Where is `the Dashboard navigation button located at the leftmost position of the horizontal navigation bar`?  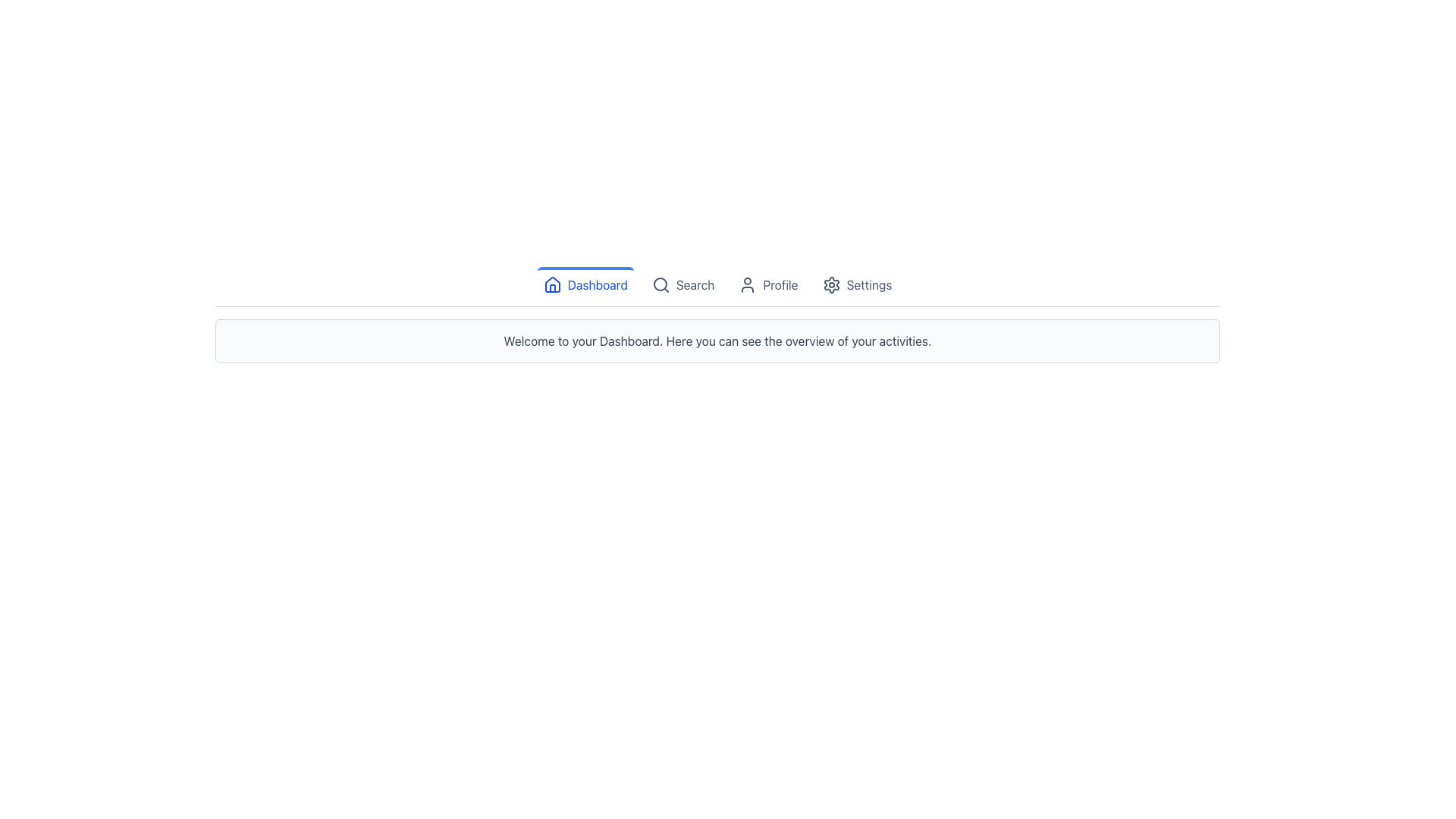 the Dashboard navigation button located at the leftmost position of the horizontal navigation bar is located at coordinates (585, 284).